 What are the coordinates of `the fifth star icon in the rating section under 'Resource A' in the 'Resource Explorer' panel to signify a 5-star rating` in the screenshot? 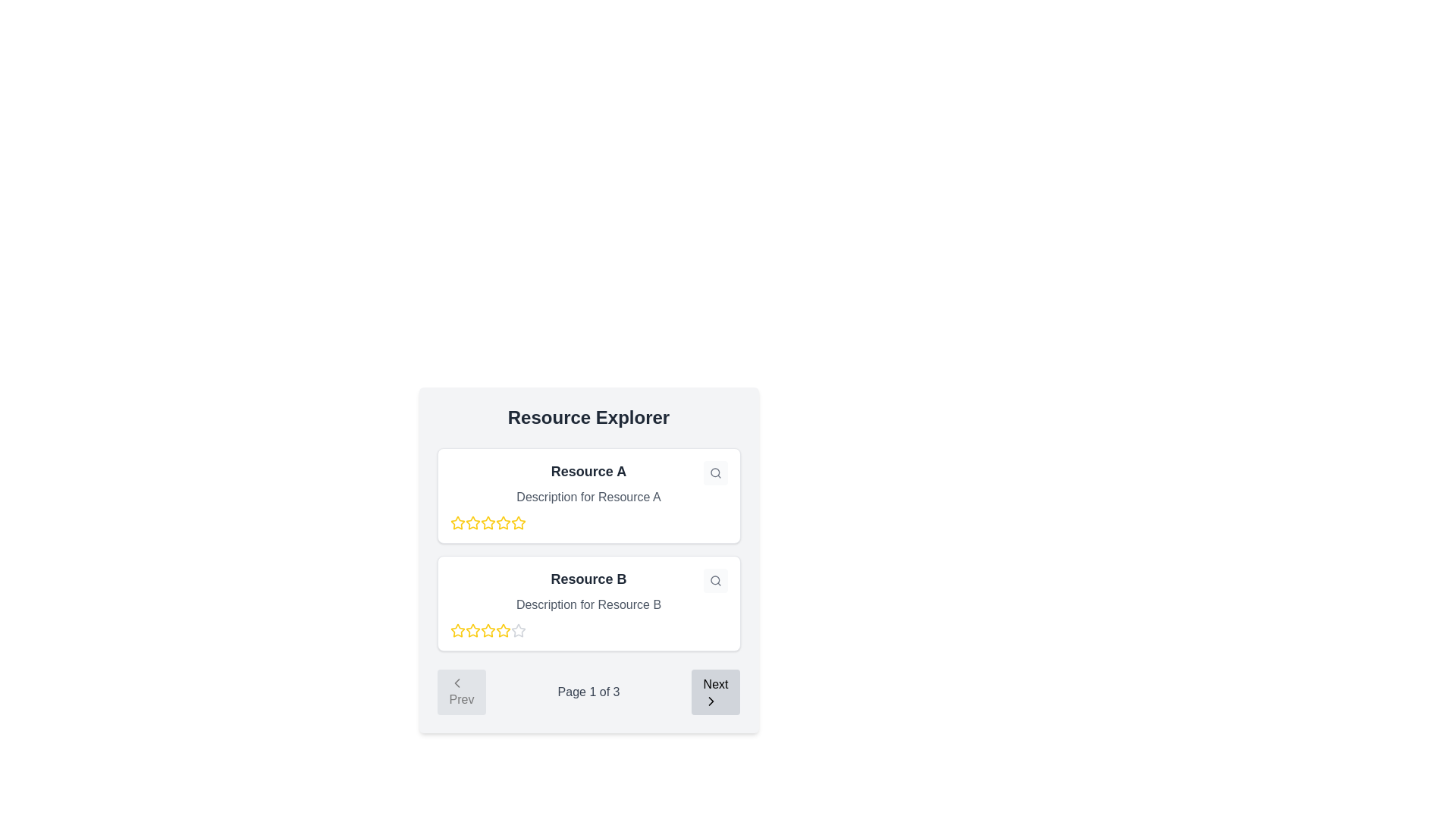 It's located at (503, 522).